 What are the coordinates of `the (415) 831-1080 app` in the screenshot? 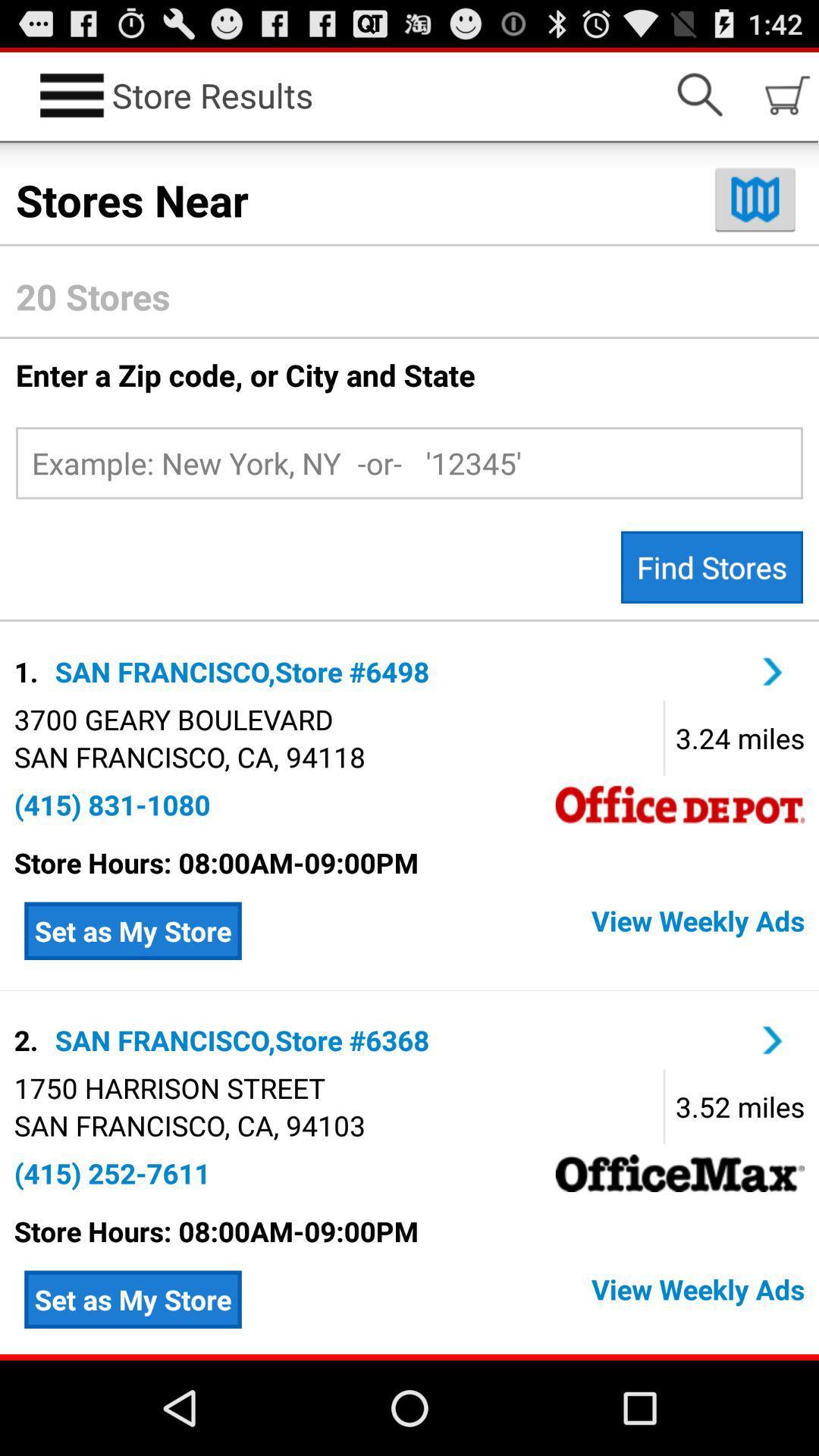 It's located at (111, 804).